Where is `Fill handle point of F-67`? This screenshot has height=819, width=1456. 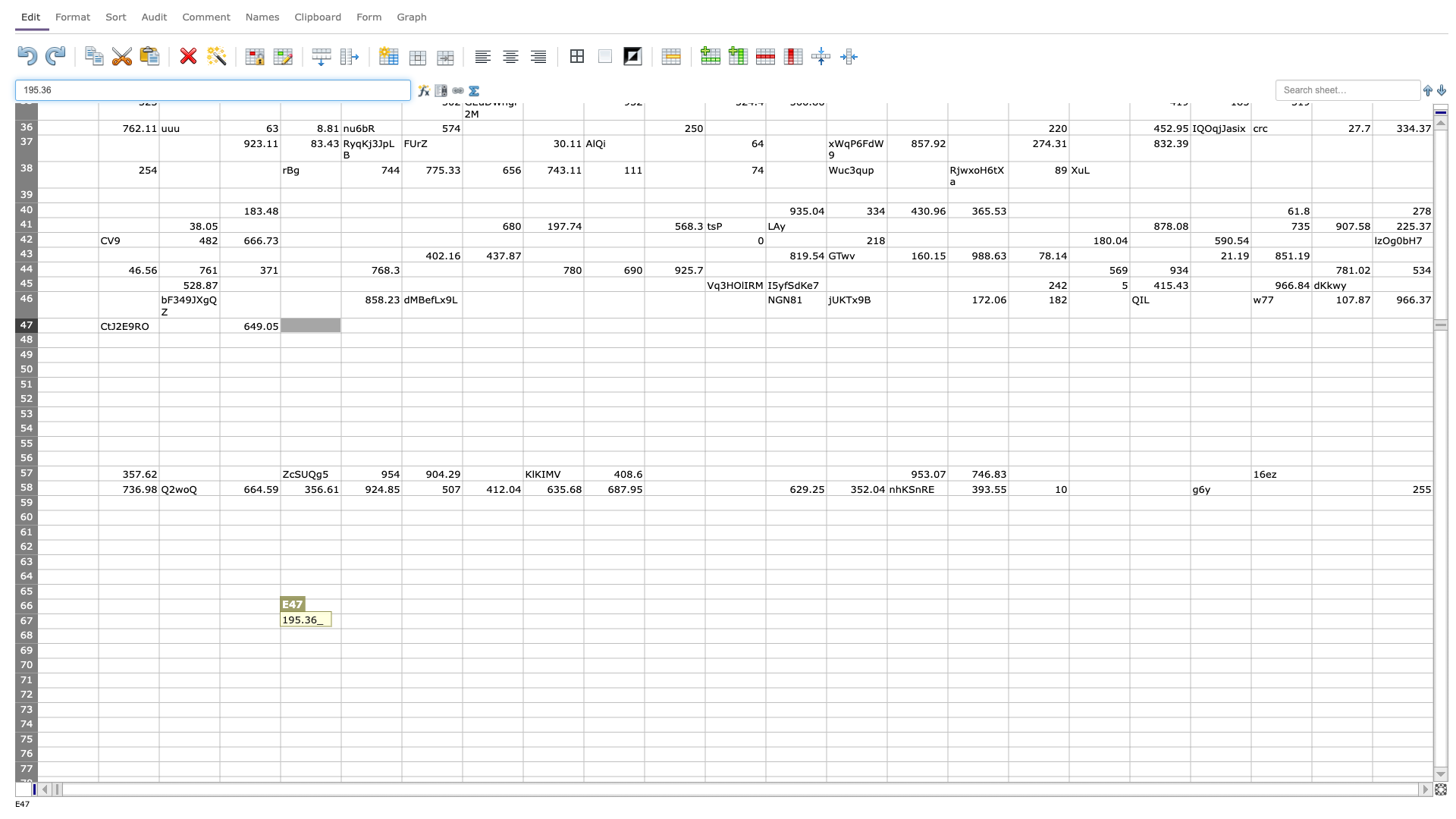
Fill handle point of F-67 is located at coordinates (401, 629).